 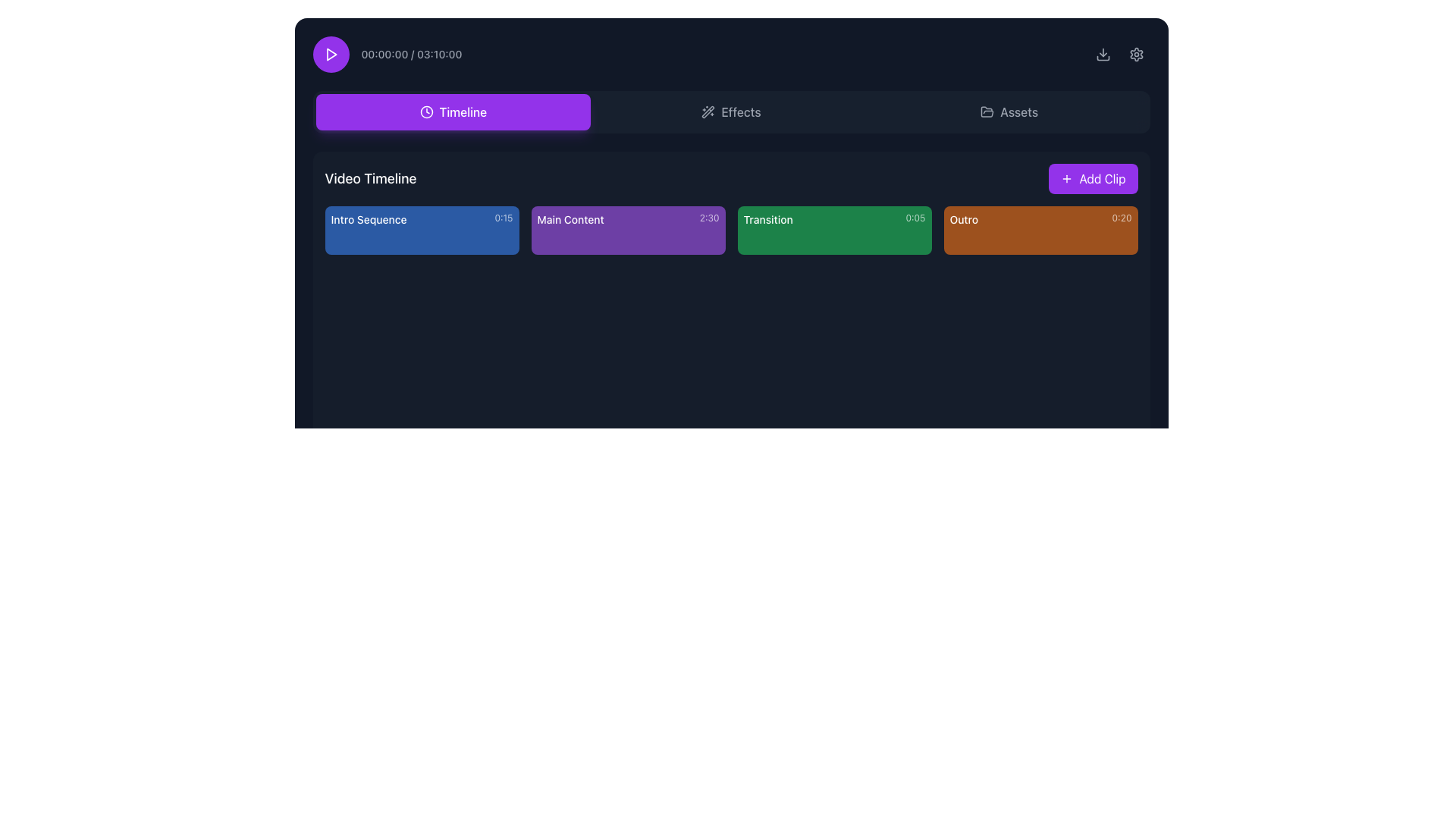 I want to click on the text label displaying '0:15' in white semi-transparent text on a blue background, located at the top-right of the 'Intro Sequence' card in the 'Video Timeline' section, so click(x=504, y=218).